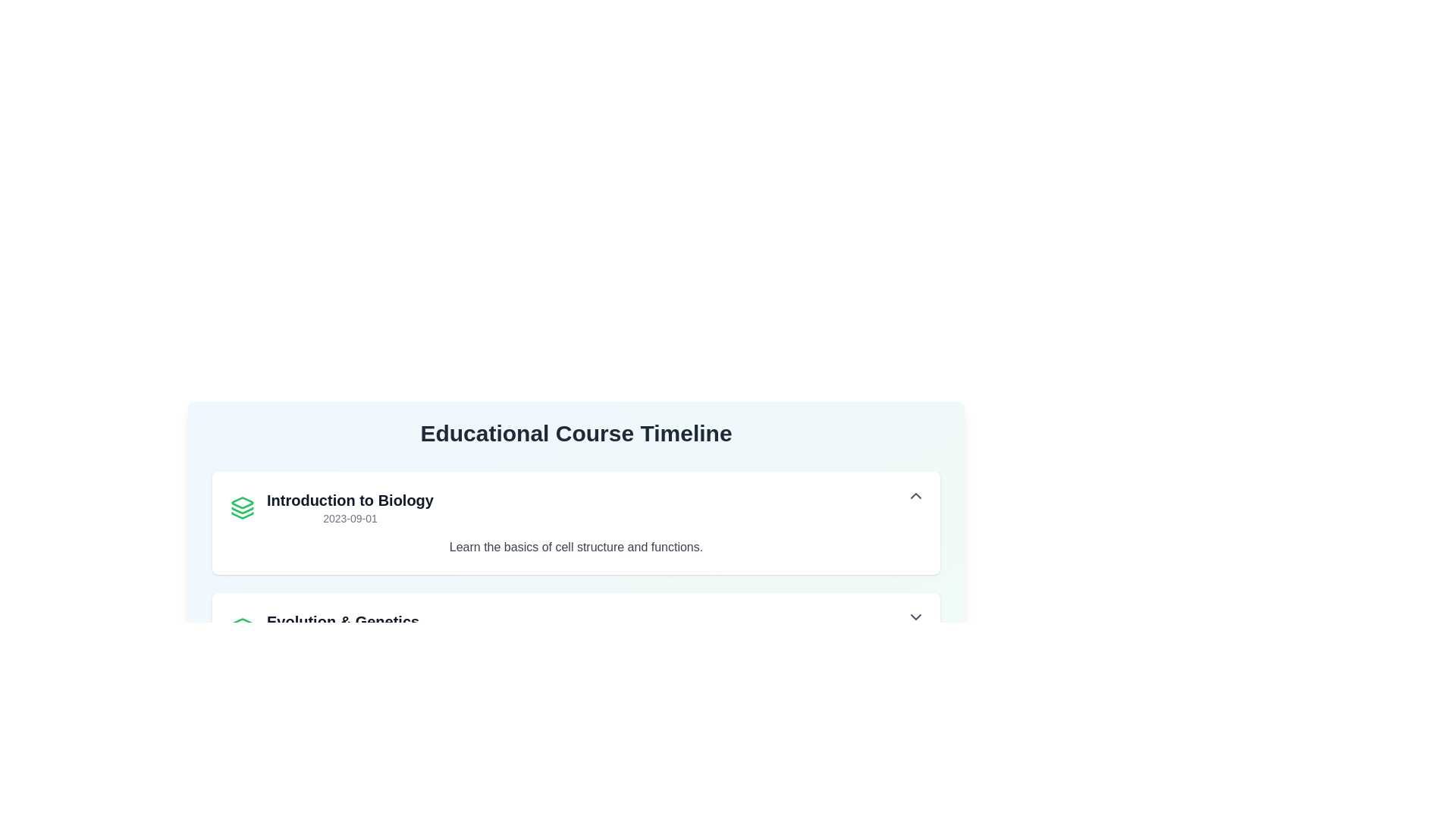  Describe the element at coordinates (915, 617) in the screenshot. I see `the Dropdown toggle button (interactive icon) located at the top-right corner of the 'Evolution & Genetics' card to observe hover effects` at that location.